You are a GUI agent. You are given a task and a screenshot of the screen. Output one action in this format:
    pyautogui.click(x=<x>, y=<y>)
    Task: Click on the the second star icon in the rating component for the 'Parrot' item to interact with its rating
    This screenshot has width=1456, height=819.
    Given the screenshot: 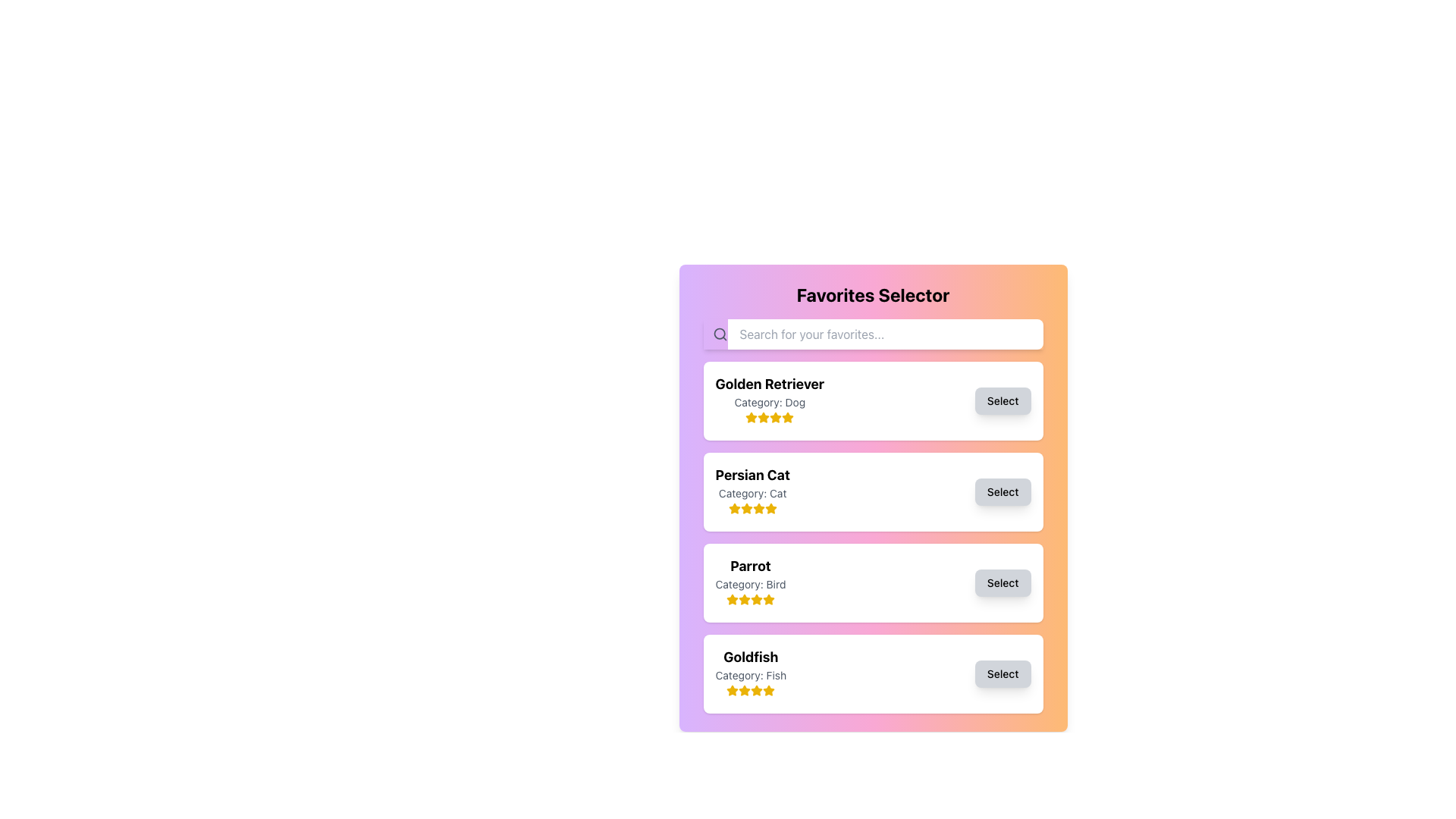 What is the action you would take?
    pyautogui.click(x=744, y=598)
    